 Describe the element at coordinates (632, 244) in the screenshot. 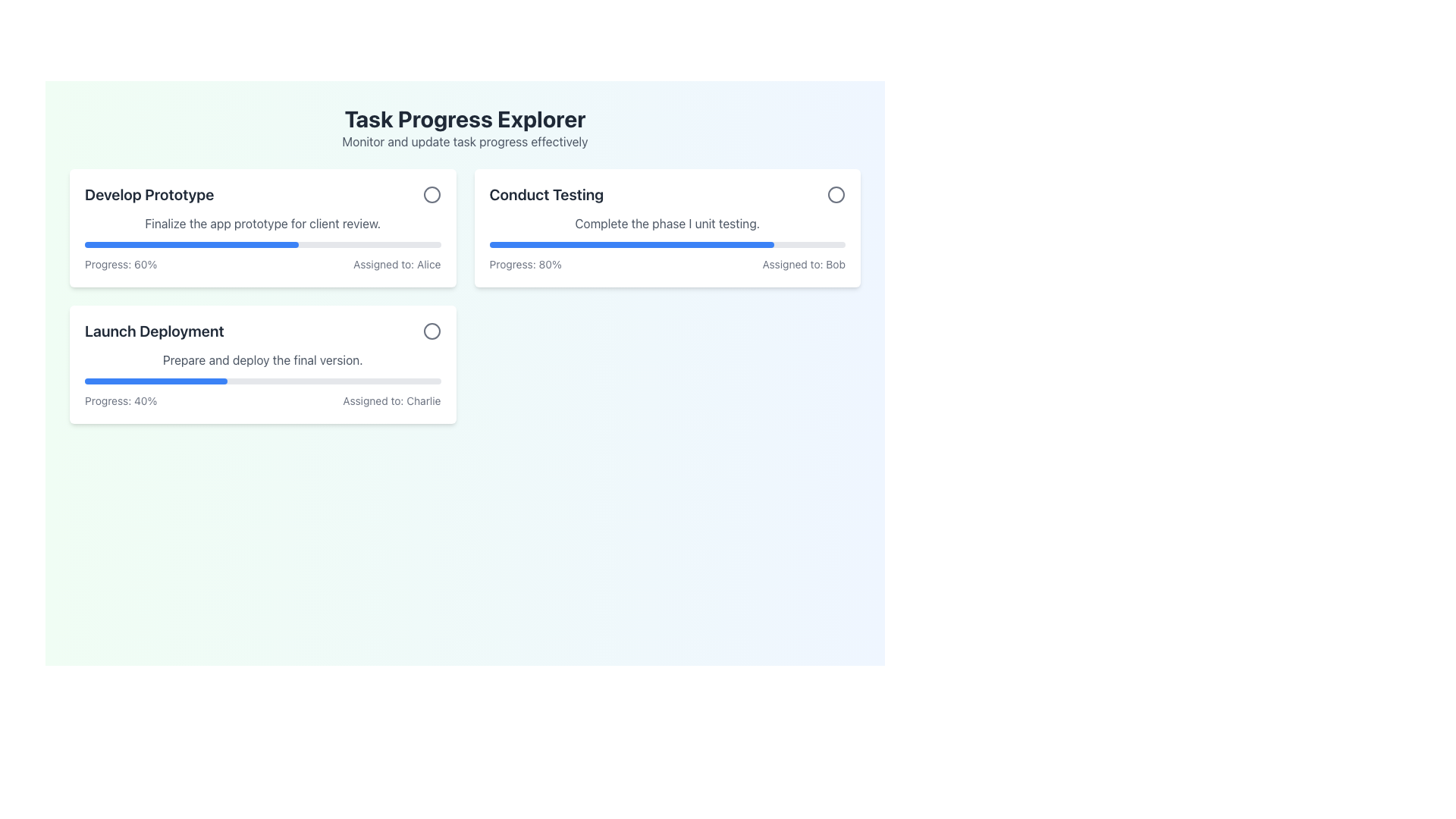

I see `the filled portion of the progress bar indicating 80% completion within the card titled 'Conduct Testing.'` at that location.